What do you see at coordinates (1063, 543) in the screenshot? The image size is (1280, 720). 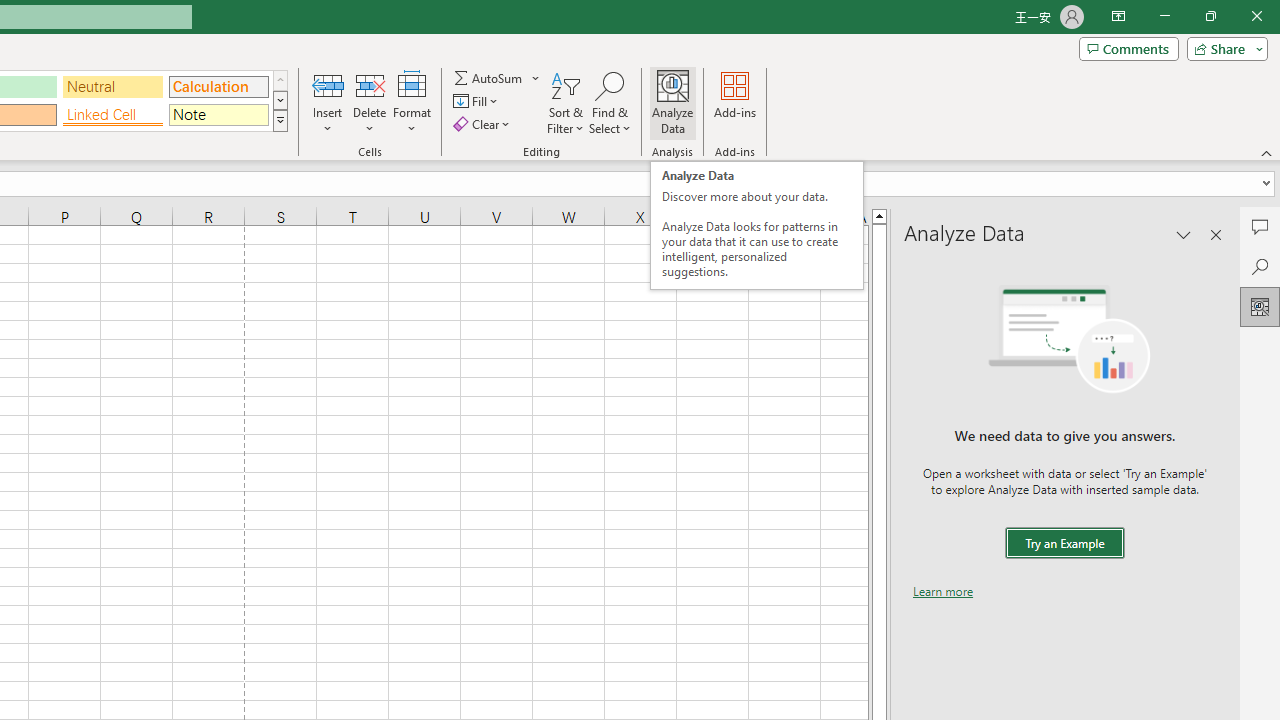 I see `'We need data to give you answers. Try an Example'` at bounding box center [1063, 543].